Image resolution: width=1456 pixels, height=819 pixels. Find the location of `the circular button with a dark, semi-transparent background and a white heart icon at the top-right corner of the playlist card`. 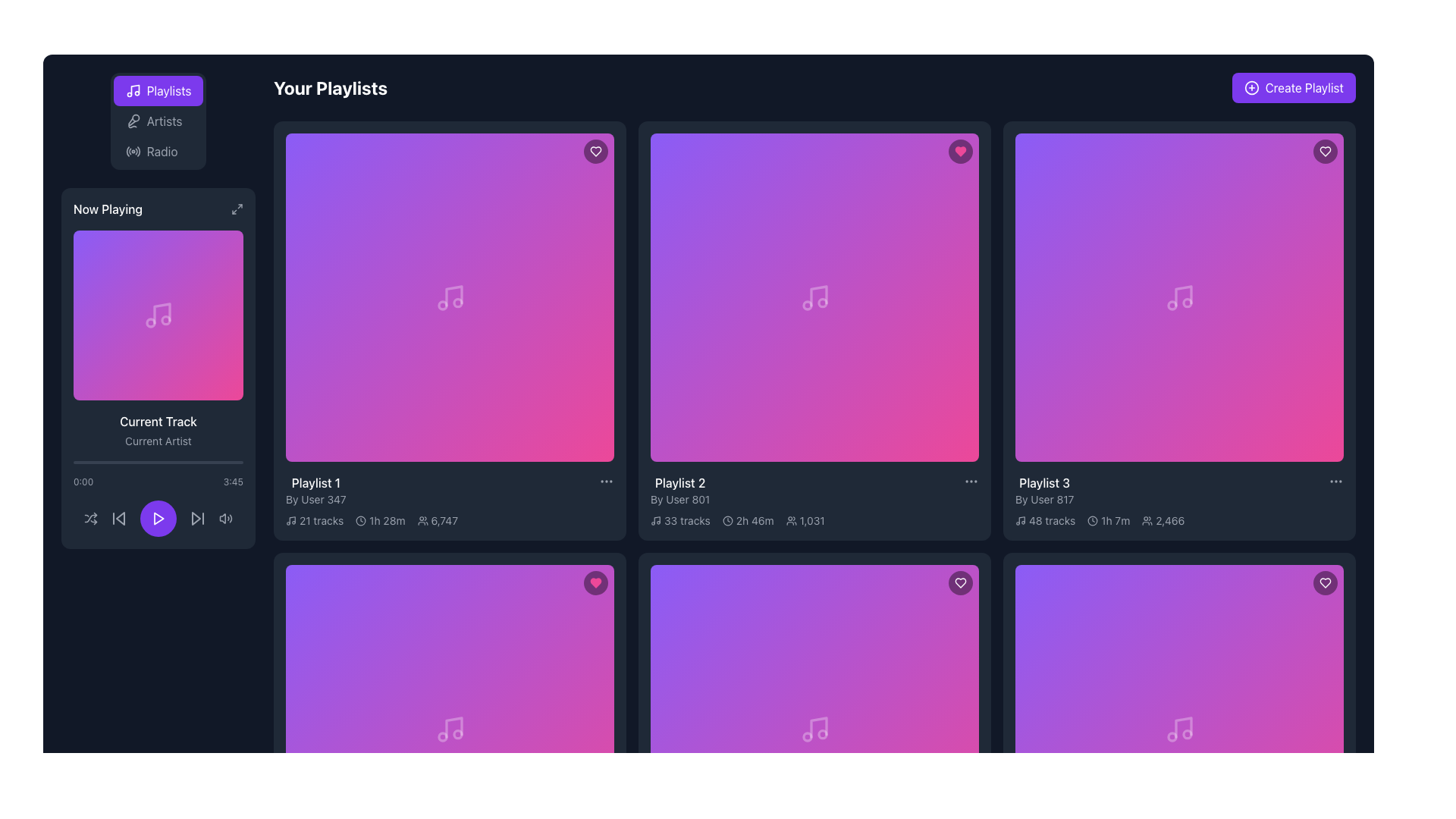

the circular button with a dark, semi-transparent background and a white heart icon at the top-right corner of the playlist card is located at coordinates (960, 582).